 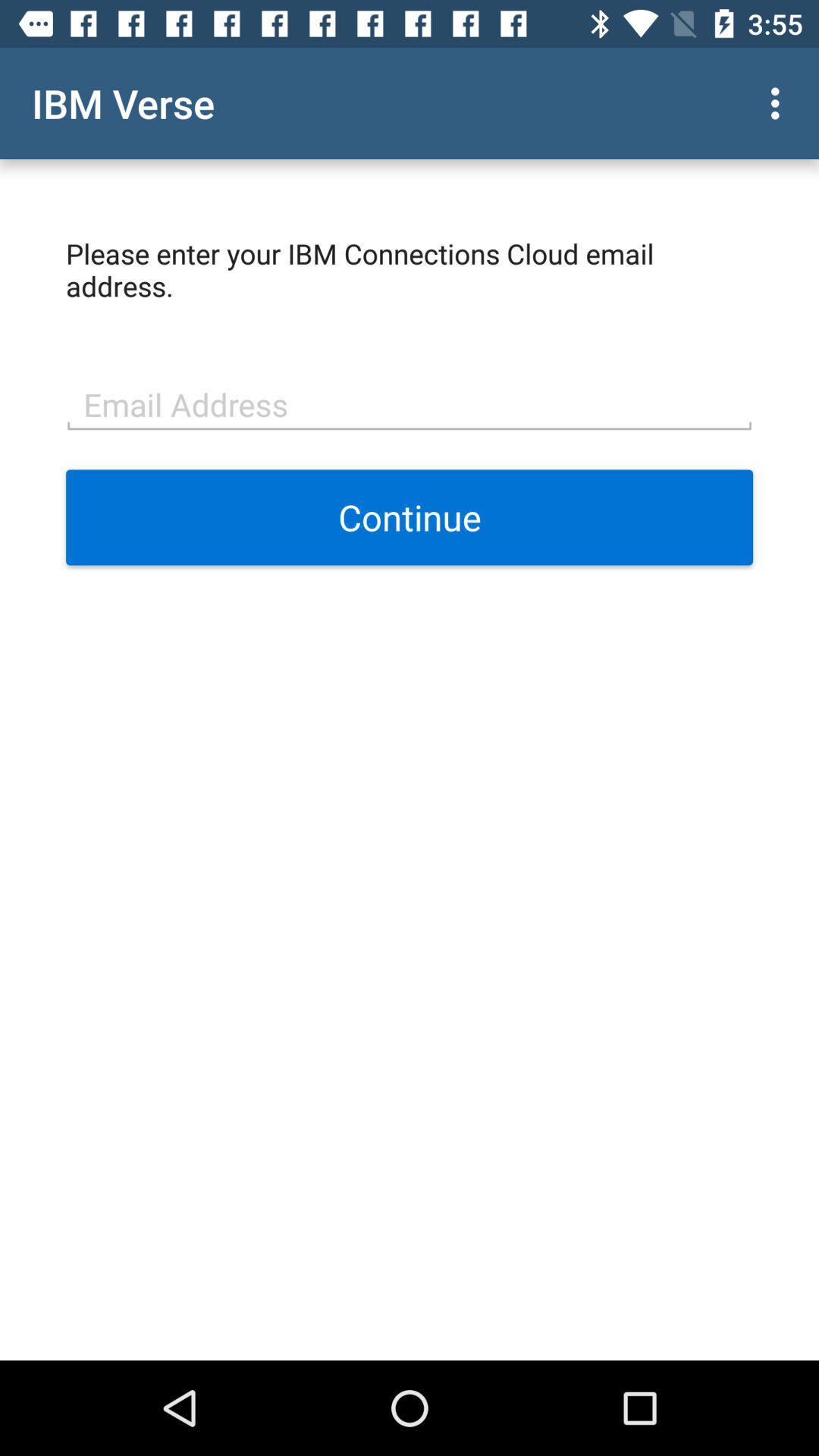 I want to click on the continue icon, so click(x=409, y=517).